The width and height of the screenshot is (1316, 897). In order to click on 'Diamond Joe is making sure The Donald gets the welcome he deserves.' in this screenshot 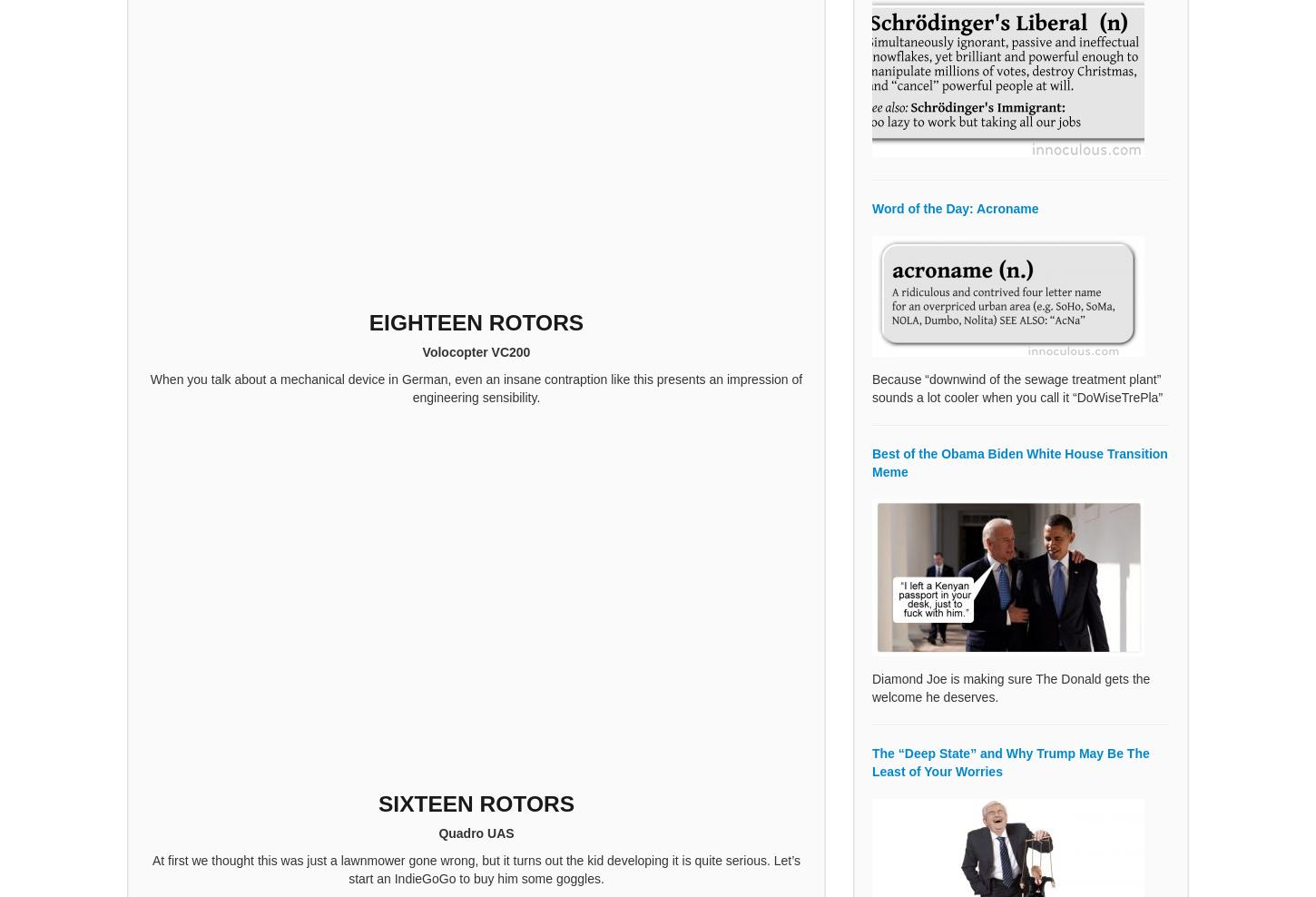, I will do `click(1010, 686)`.